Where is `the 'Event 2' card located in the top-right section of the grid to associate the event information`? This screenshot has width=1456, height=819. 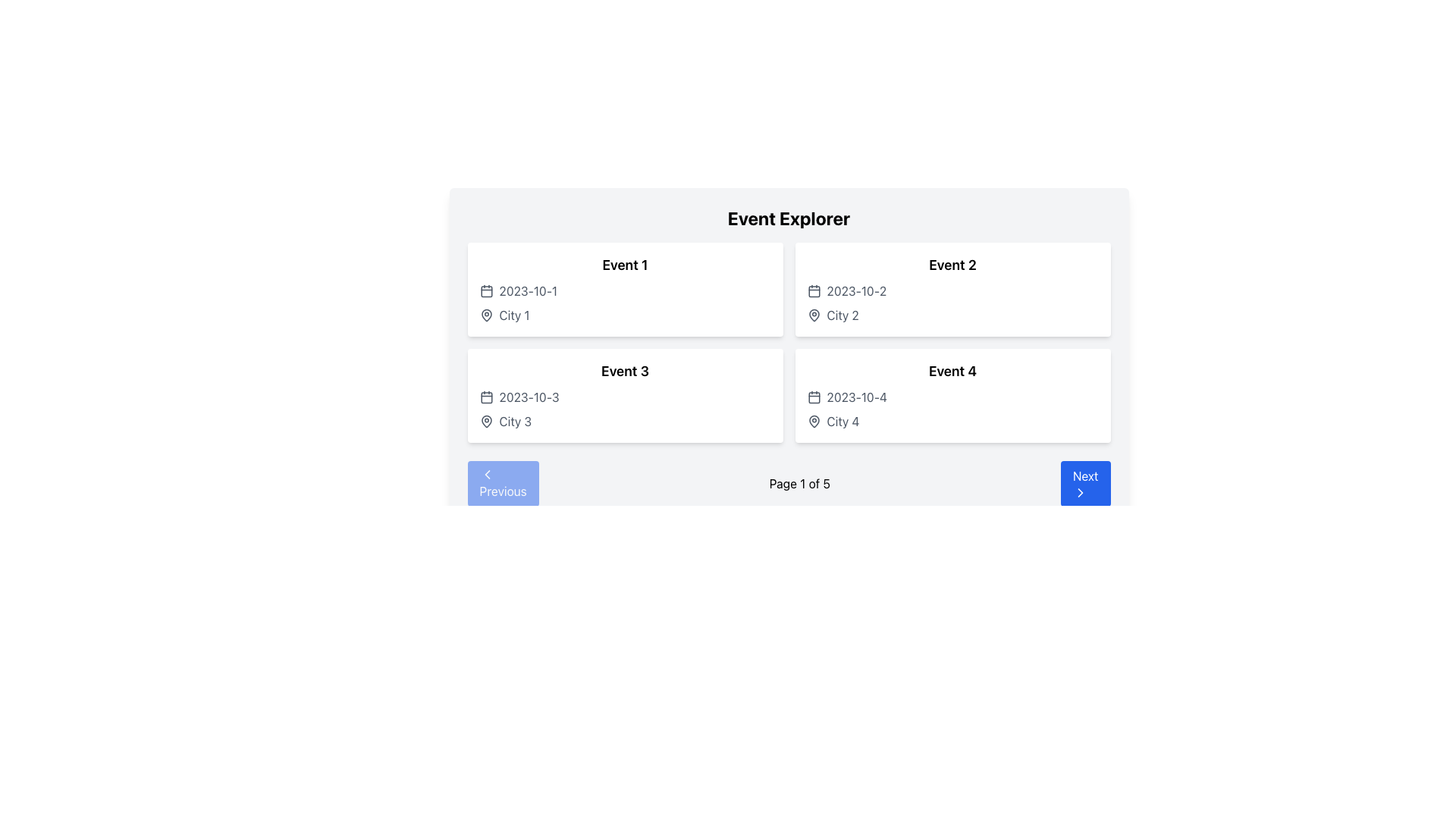
the 'Event 2' card located in the top-right section of the grid to associate the event information is located at coordinates (952, 289).